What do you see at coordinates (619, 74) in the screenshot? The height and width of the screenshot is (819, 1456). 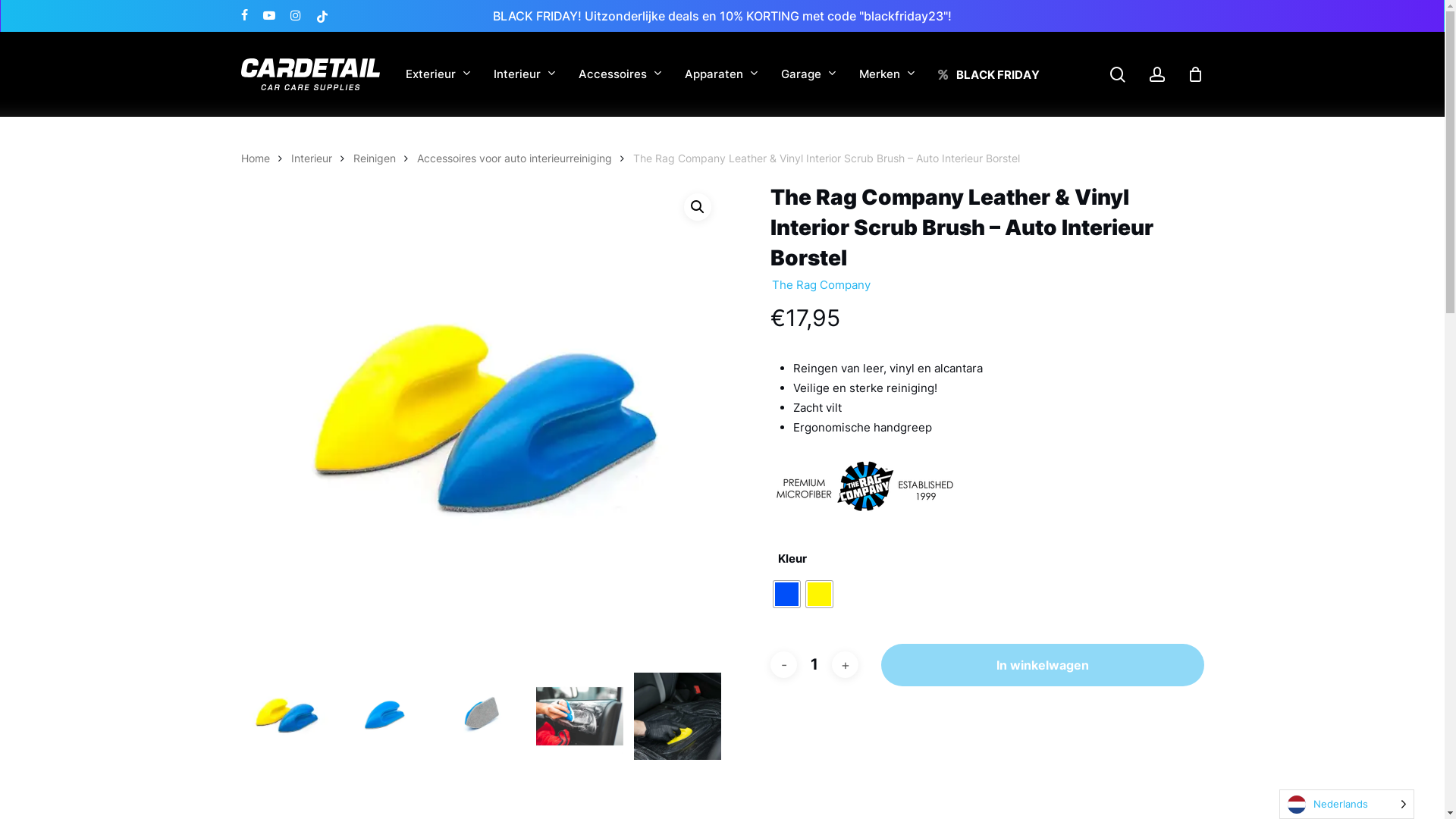 I see `'Accessoires'` at bounding box center [619, 74].